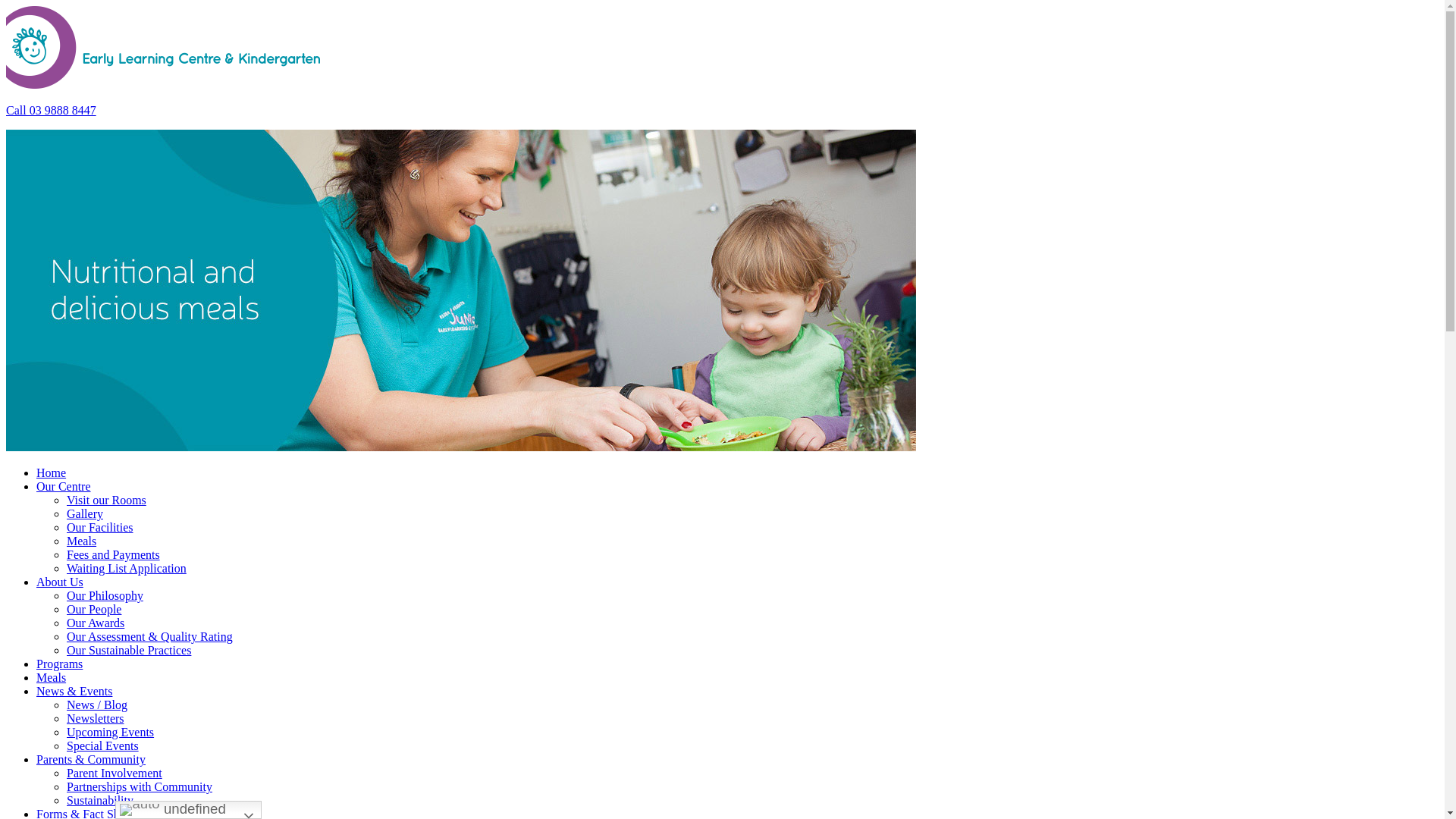  I want to click on 'Our Centre', so click(62, 486).